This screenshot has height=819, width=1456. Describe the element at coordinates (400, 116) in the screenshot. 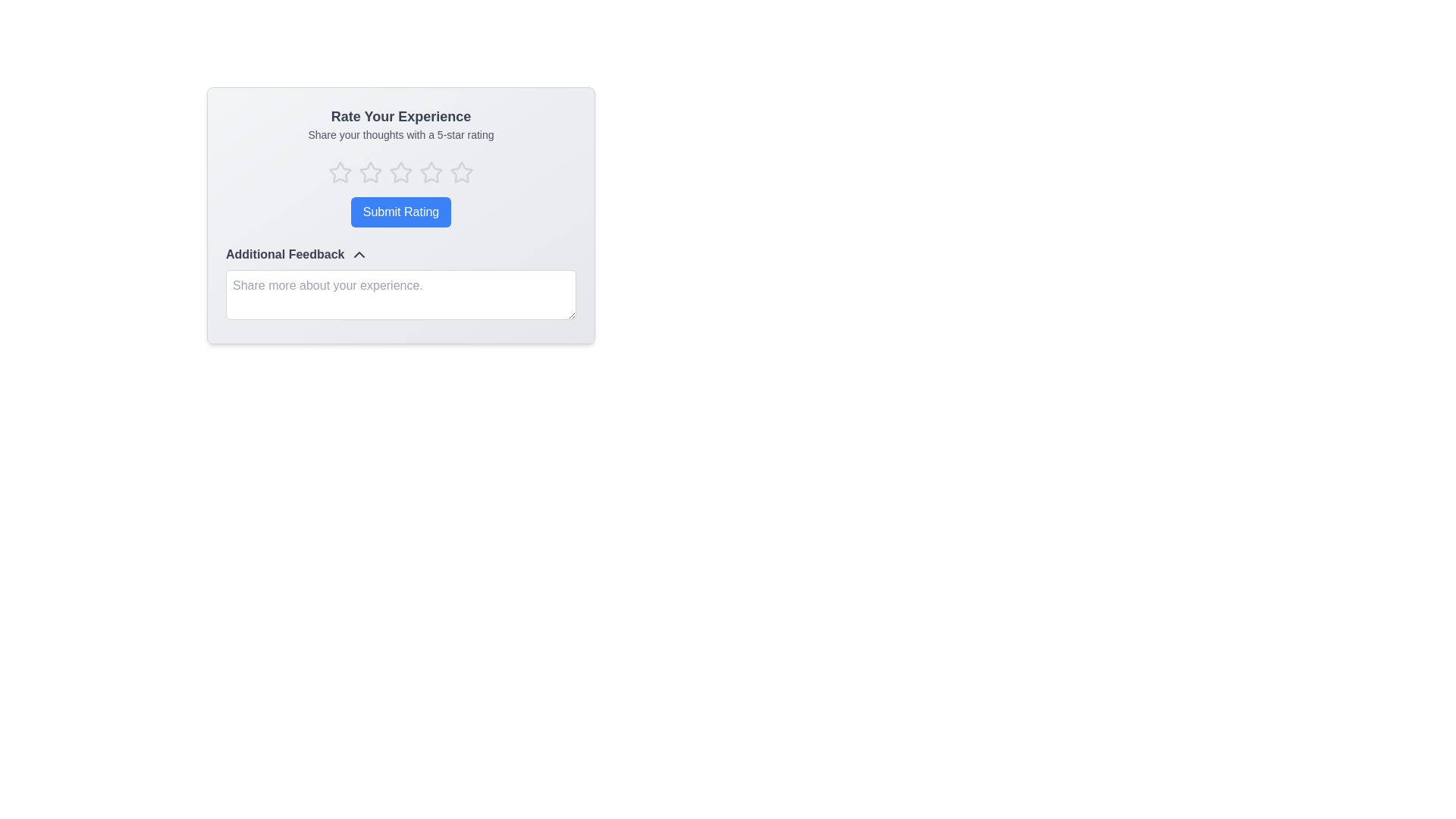

I see `the 'Rate Your Experience' text label, which is styled with a large bold font and displayed in dark gray on a light gray background, located at the top of a content card` at that location.